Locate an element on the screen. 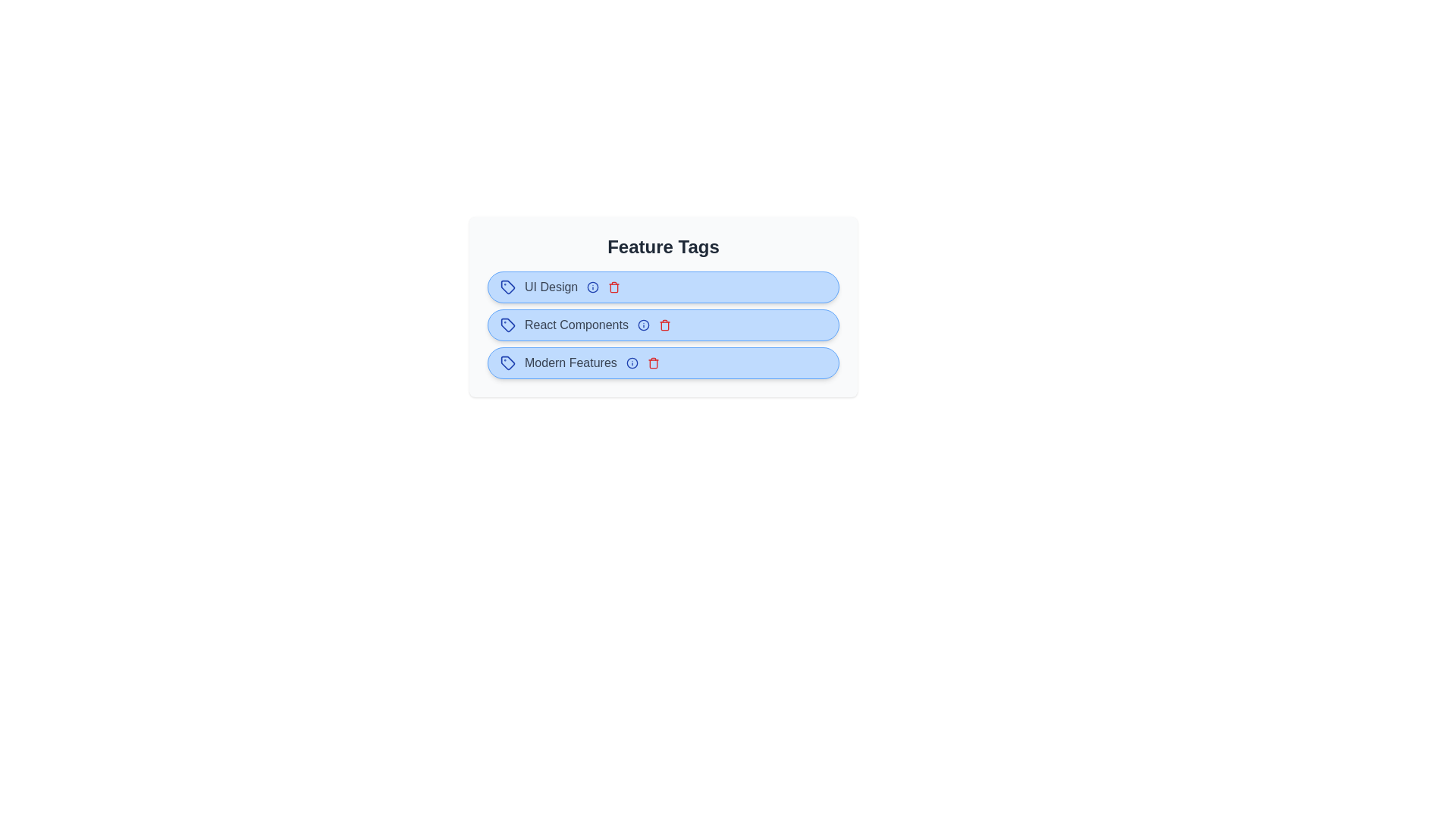 The image size is (1456, 819). the info icon of the tag labeled UI Design to view its information is located at coordinates (592, 287).